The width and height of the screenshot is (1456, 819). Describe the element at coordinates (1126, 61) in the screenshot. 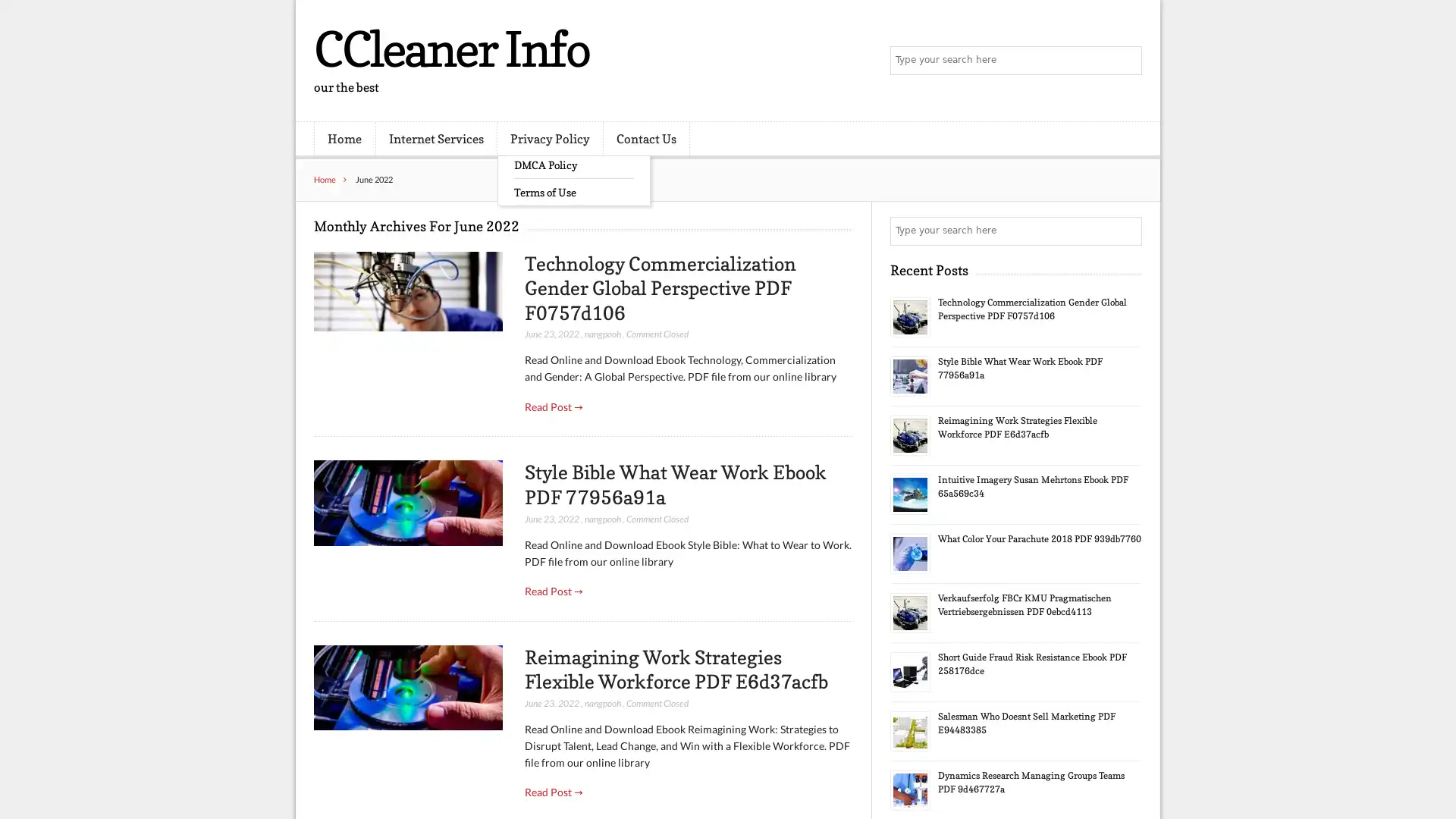

I see `Search` at that location.